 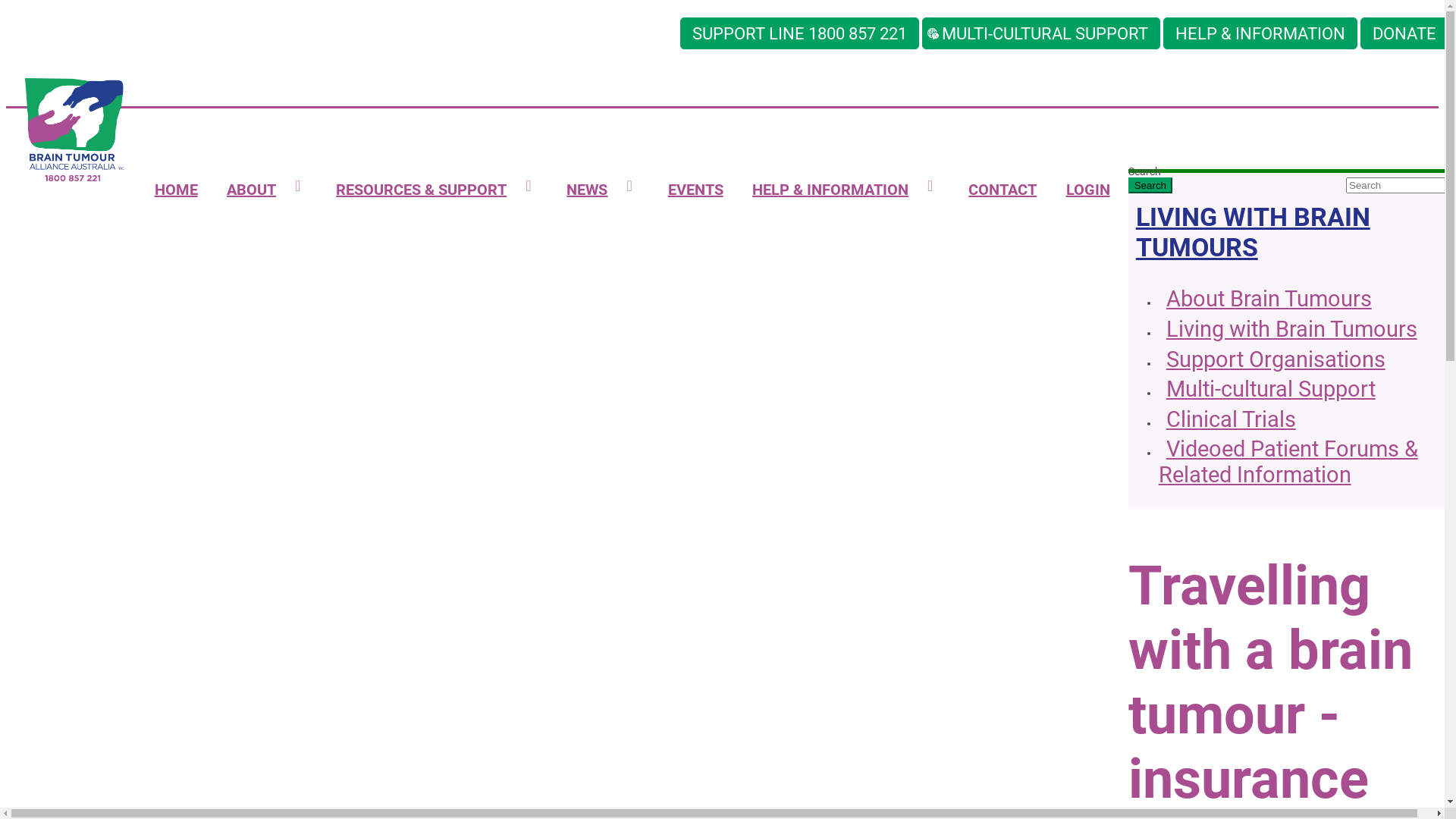 I want to click on 'Multi-cultural Support', so click(x=1266, y=390).